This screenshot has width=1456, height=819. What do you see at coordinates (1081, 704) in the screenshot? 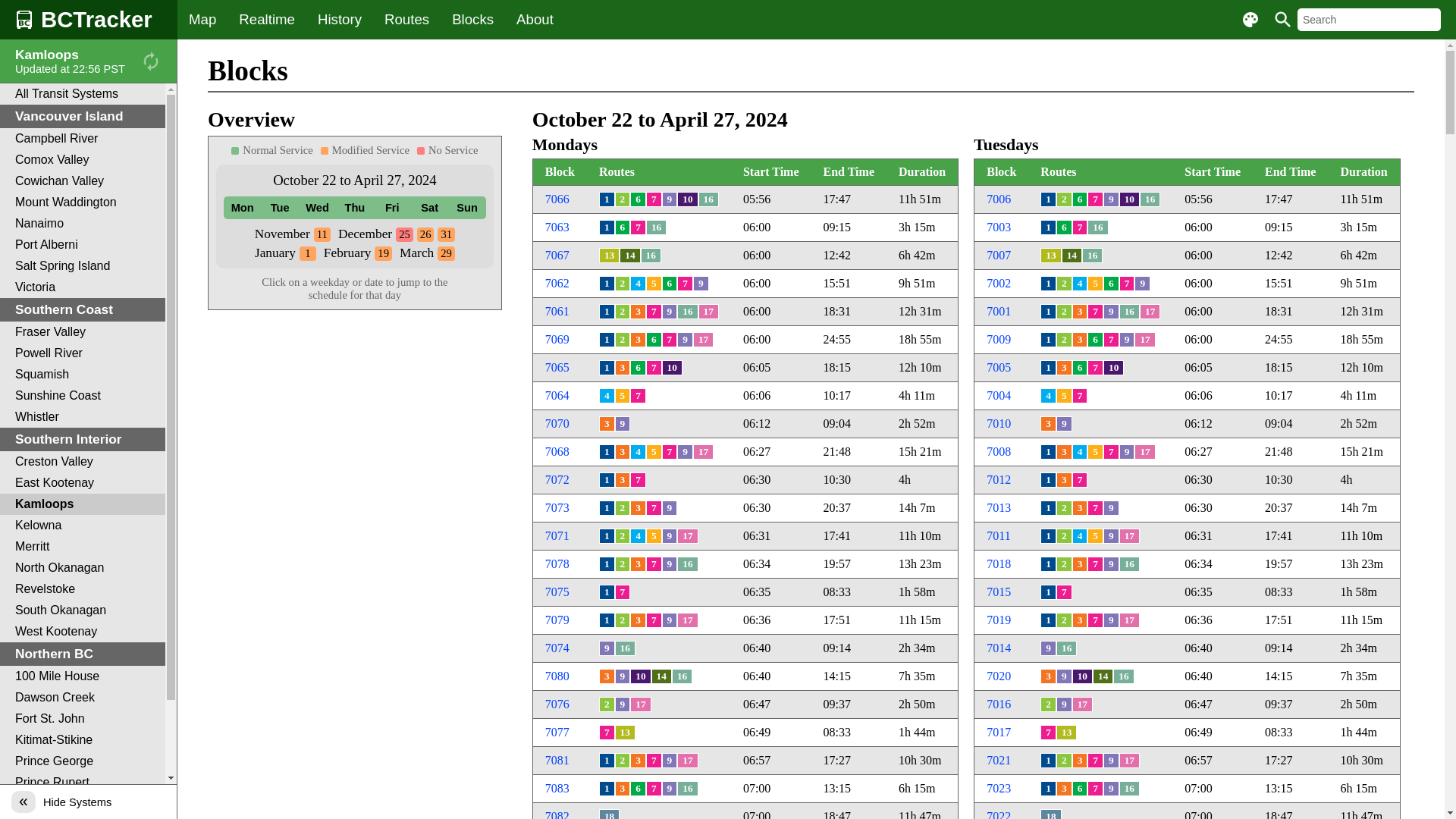
I see `'17'` at bounding box center [1081, 704].